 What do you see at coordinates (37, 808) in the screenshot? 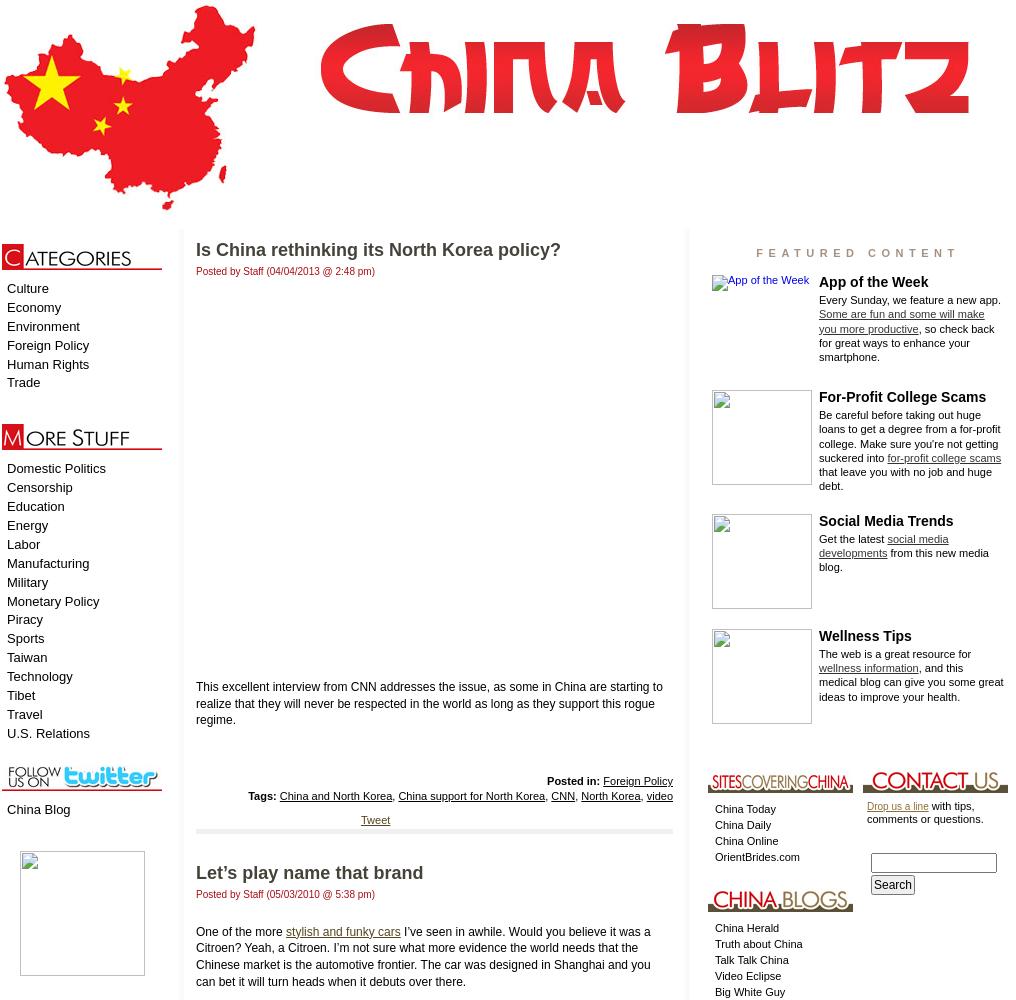
I see `'China Blog'` at bounding box center [37, 808].